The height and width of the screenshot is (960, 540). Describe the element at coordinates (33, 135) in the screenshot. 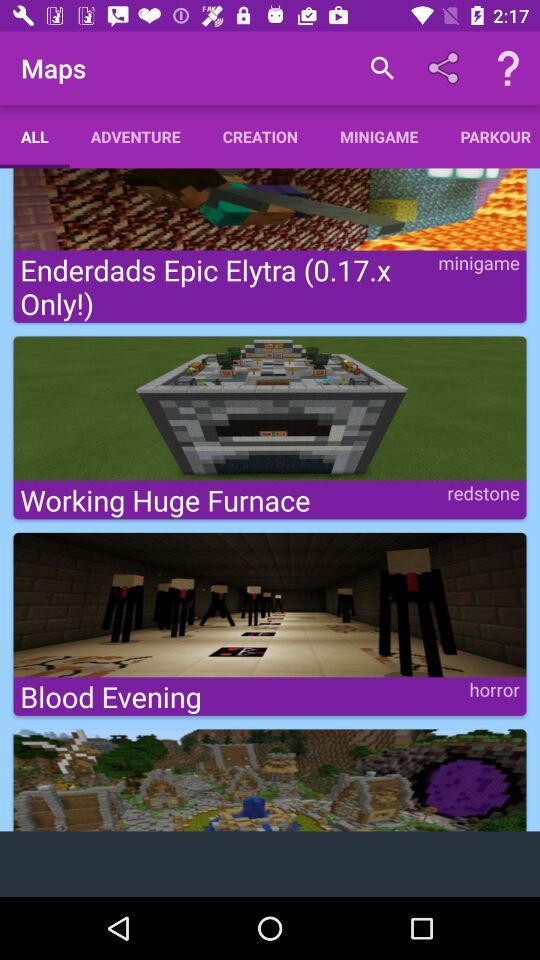

I see `icon below maps item` at that location.